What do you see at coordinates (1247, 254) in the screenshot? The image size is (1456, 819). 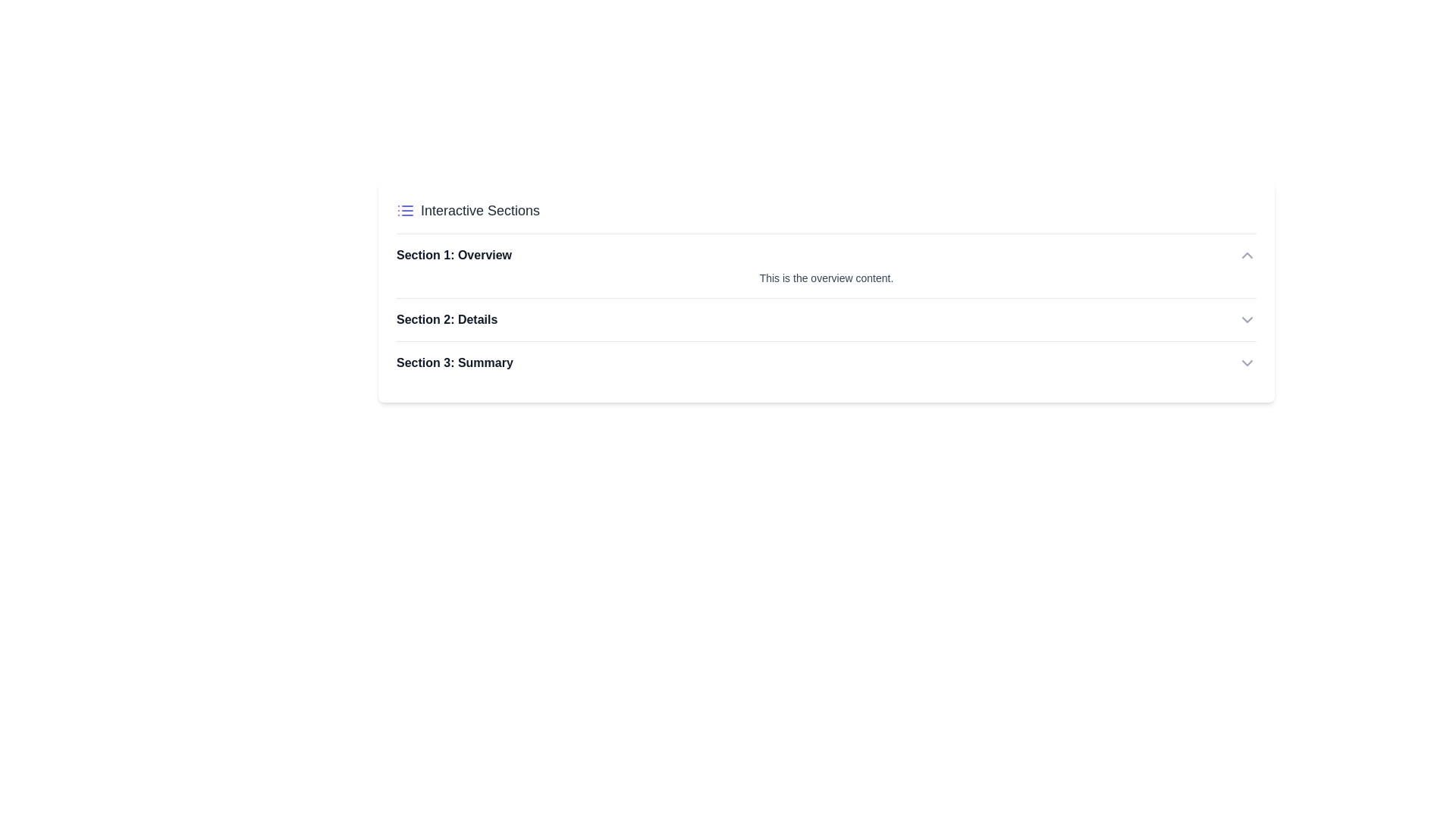 I see `the chevron icon that toggles the collapsing or expanding of the 'Overview' section content located at the far right of 'Section 1: Overview'` at bounding box center [1247, 254].